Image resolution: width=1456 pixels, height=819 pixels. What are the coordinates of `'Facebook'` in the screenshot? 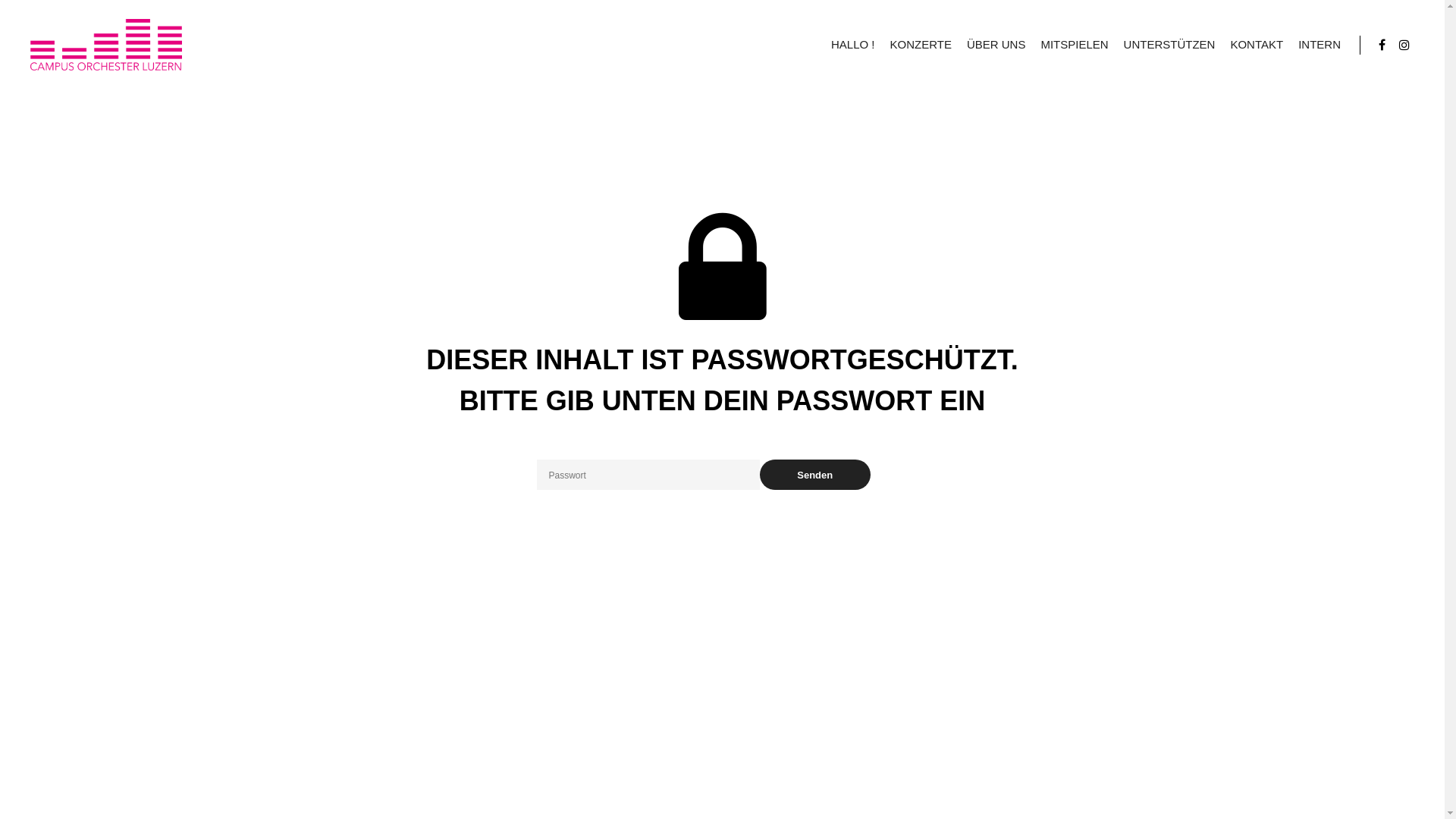 It's located at (1372, 43).